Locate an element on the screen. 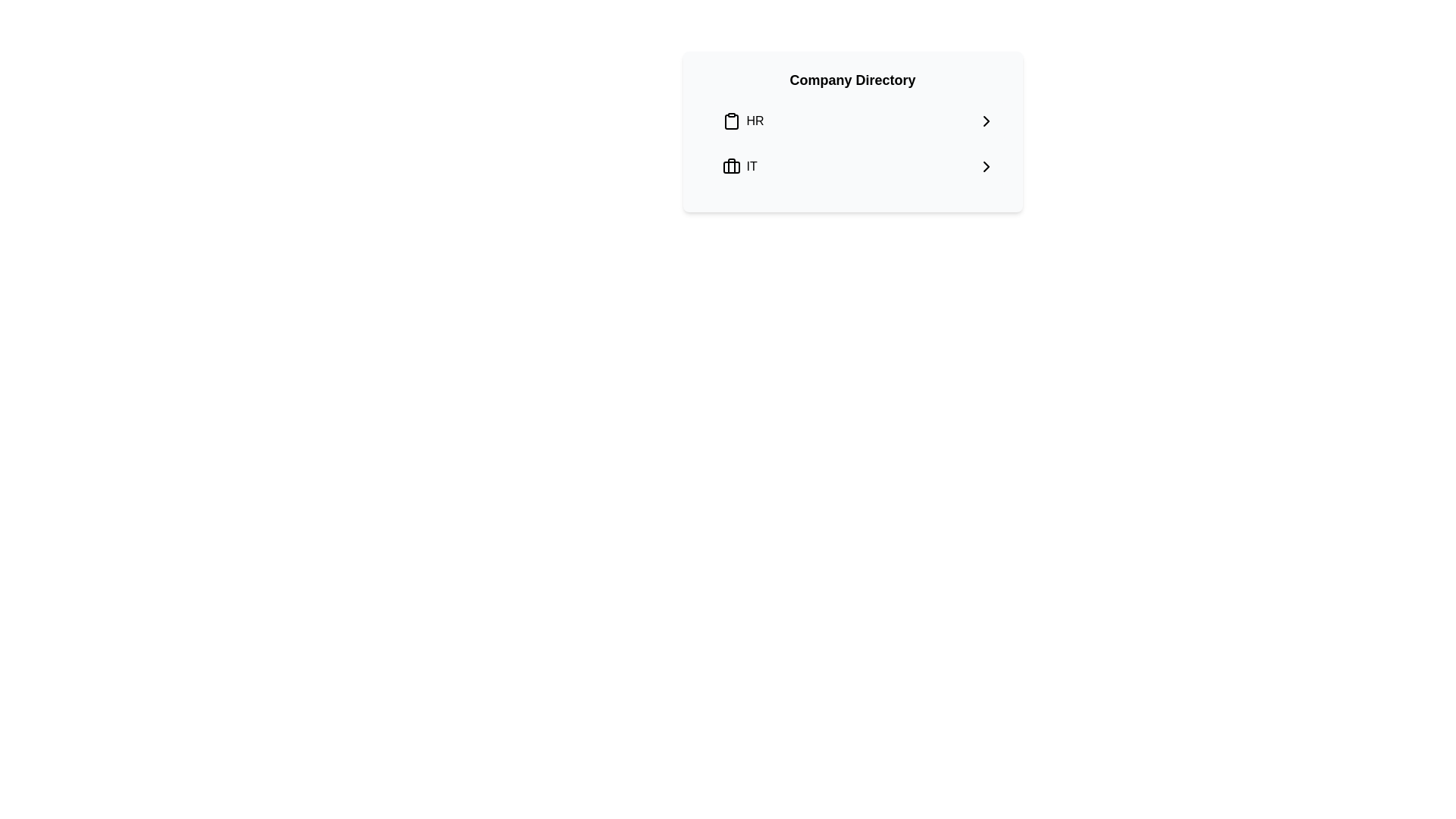 The width and height of the screenshot is (1456, 819). the rightward-pointing chevron icon in the IT row of the Company Directory, which is styled in a minimalistic black stroke format and located to the far right of the 'IT' text is located at coordinates (986, 166).